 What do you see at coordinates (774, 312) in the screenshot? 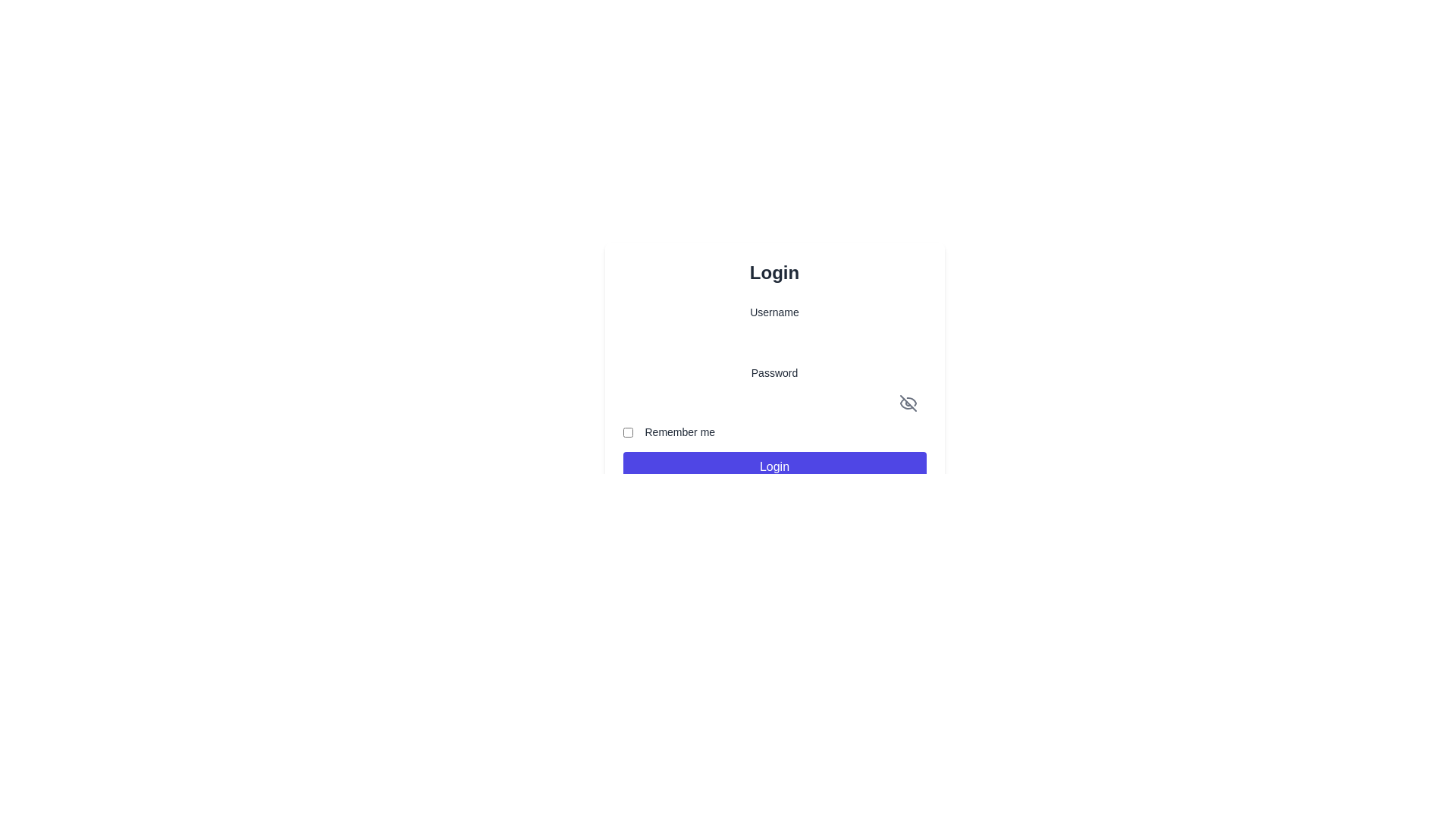
I see `the 'Username' label, which is a smaller font size, medium font weight, sans-serif styled text positioned above the input field for visual coherence` at bounding box center [774, 312].